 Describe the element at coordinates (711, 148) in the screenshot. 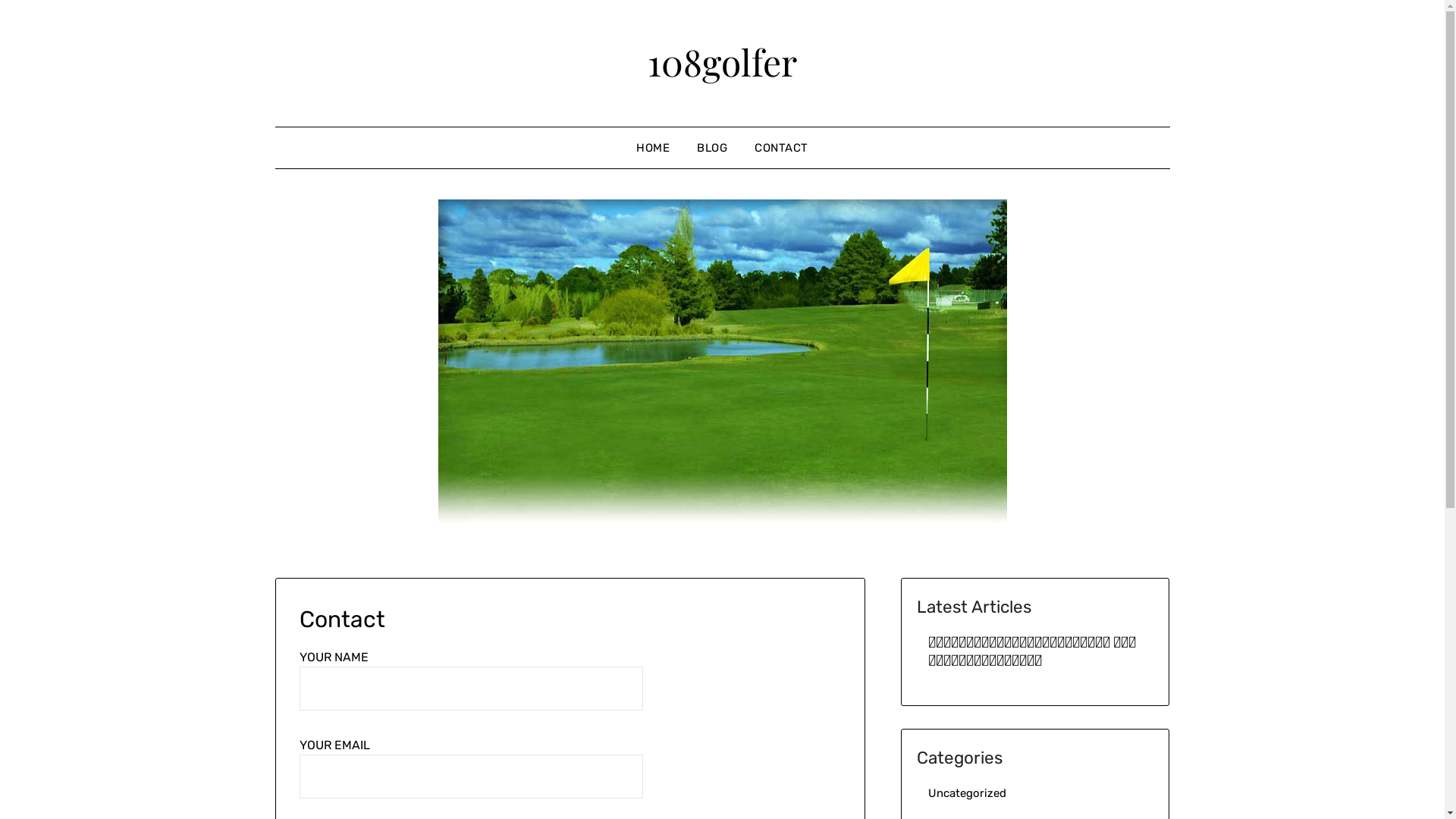

I see `'BLOG'` at that location.